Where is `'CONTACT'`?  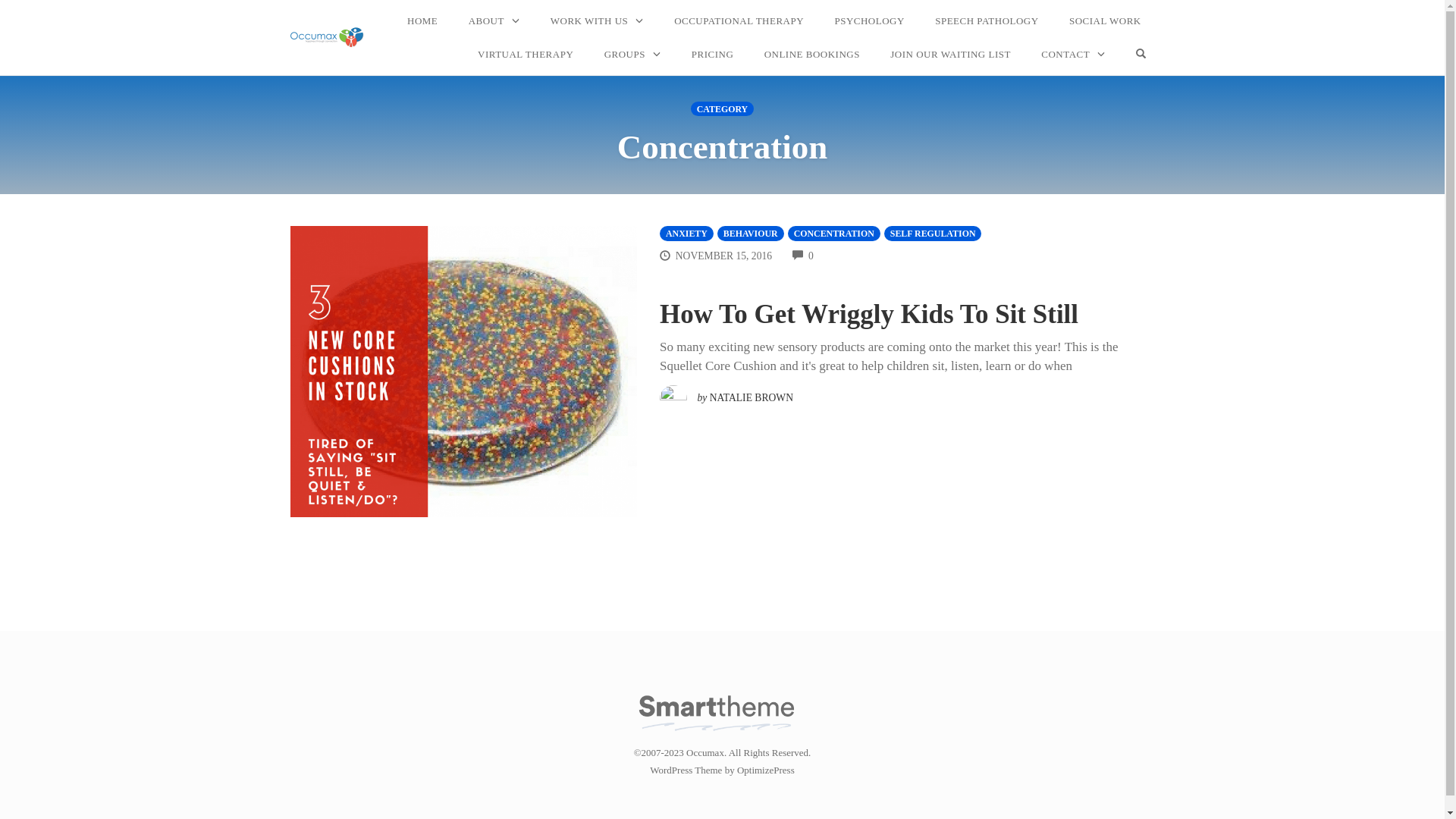
'CONTACT' is located at coordinates (1072, 54).